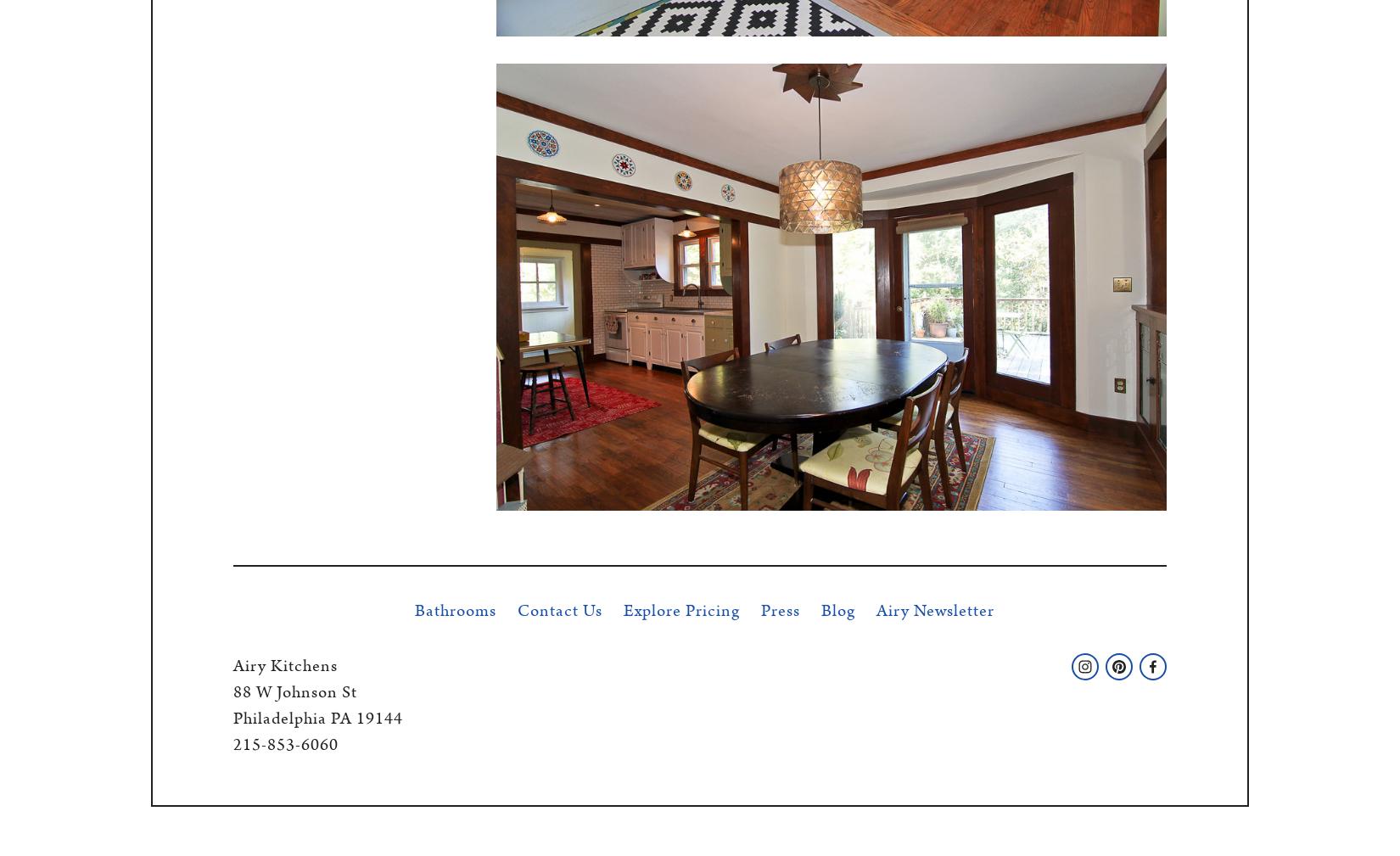 This screenshot has height=856, width=1400. Describe the element at coordinates (318, 718) in the screenshot. I see `'Philadelphia PA 19144'` at that location.